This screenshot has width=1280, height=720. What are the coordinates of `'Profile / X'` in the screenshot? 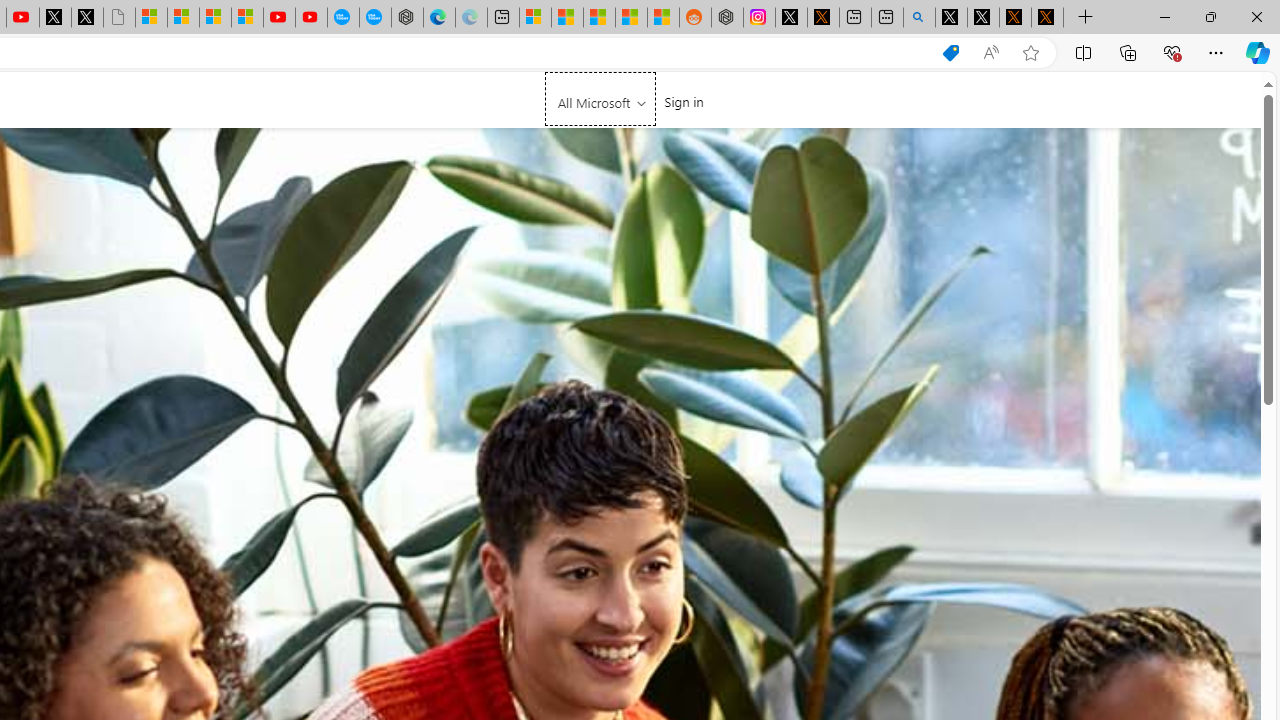 It's located at (950, 17).